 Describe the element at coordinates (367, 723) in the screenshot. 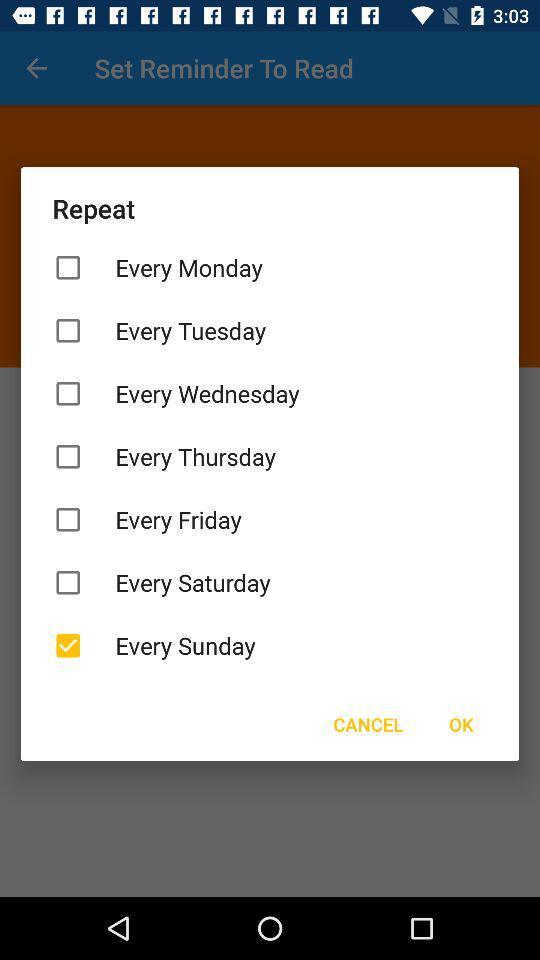

I see `the icon to the left of the ok icon` at that location.